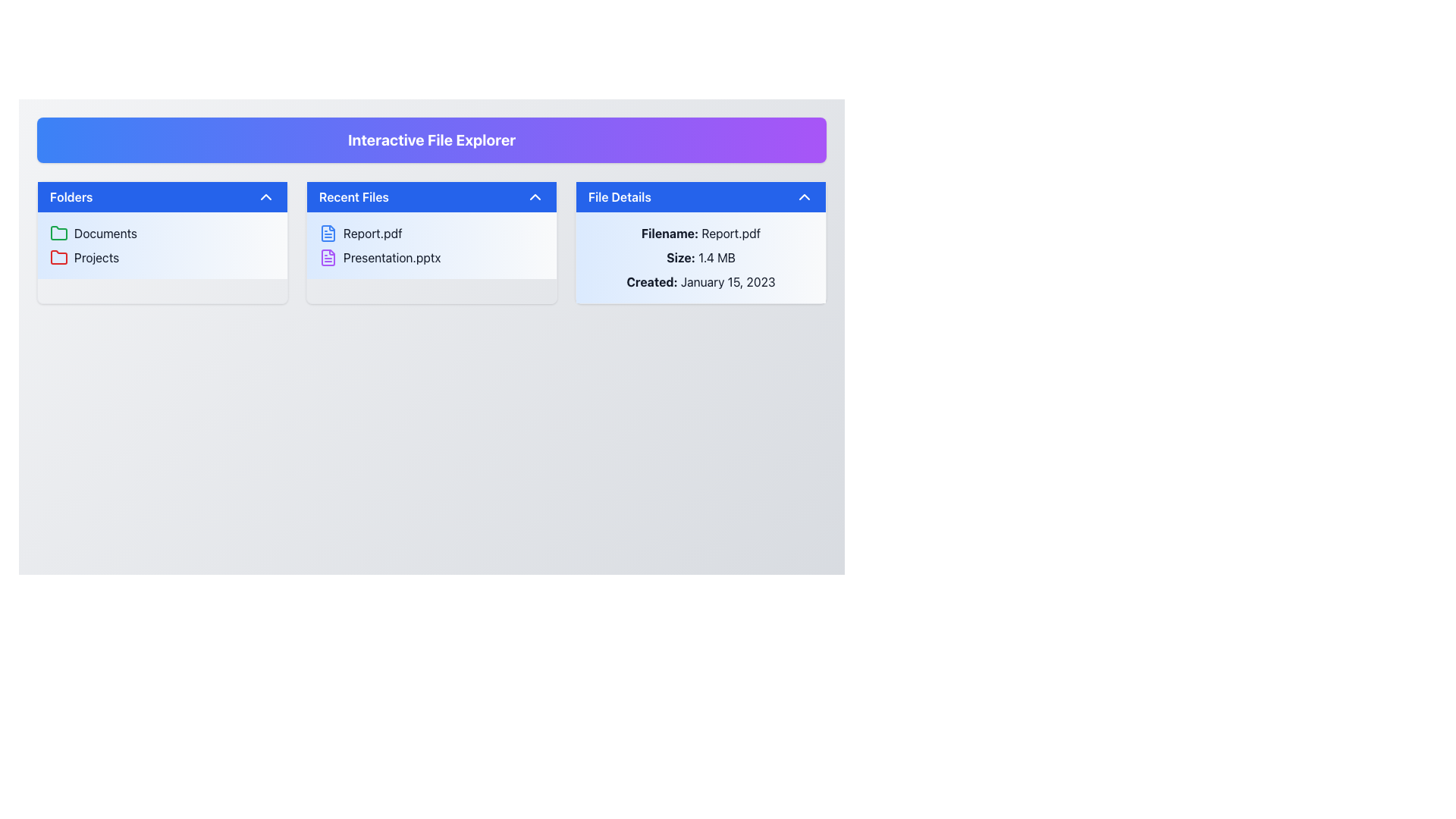  What do you see at coordinates (327, 234) in the screenshot?
I see `the blue document icon located to the left of the text 'Report.pdf' in the 'Recent Files' panel` at bounding box center [327, 234].